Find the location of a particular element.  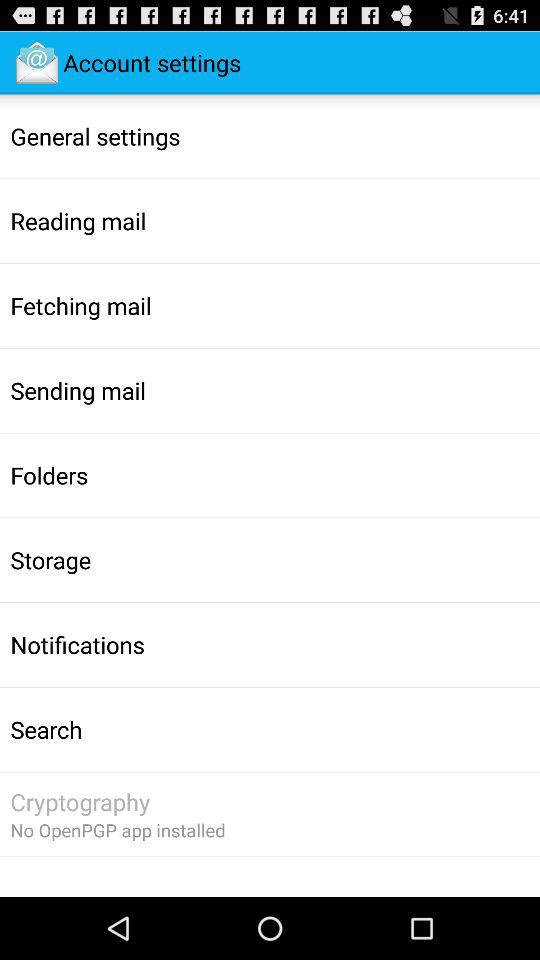

icon below the notifications app is located at coordinates (46, 728).